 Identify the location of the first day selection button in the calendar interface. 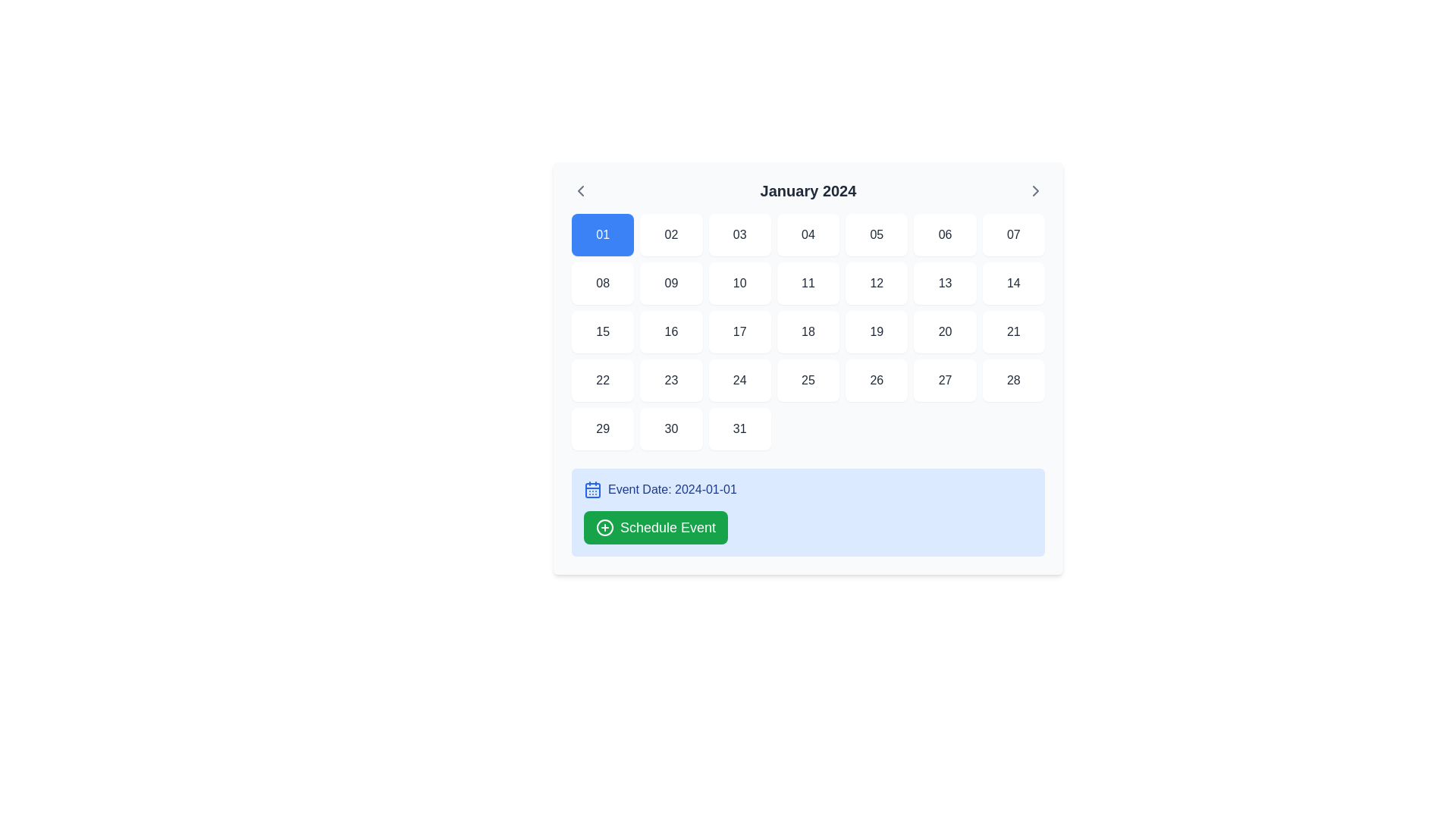
(602, 234).